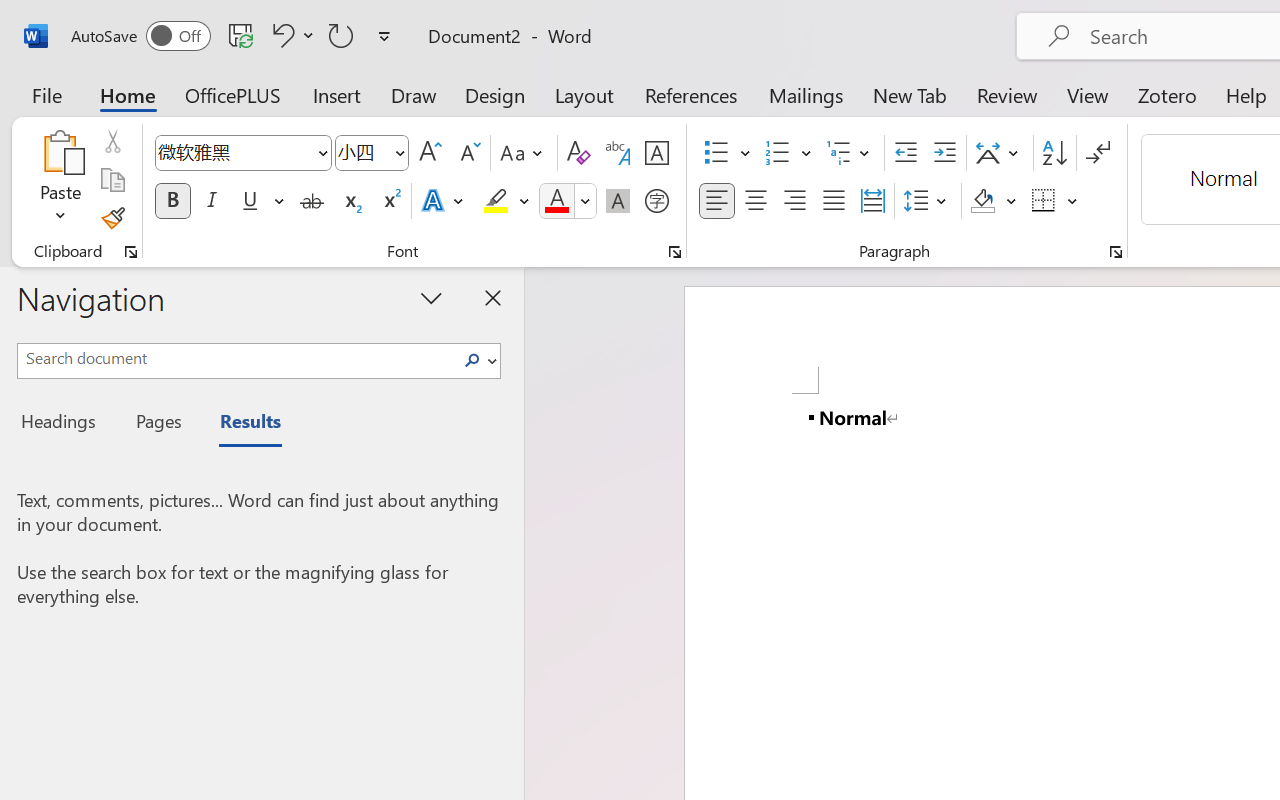 This screenshot has height=800, width=1280. Describe the element at coordinates (788, 153) in the screenshot. I see `'Numbering'` at that location.